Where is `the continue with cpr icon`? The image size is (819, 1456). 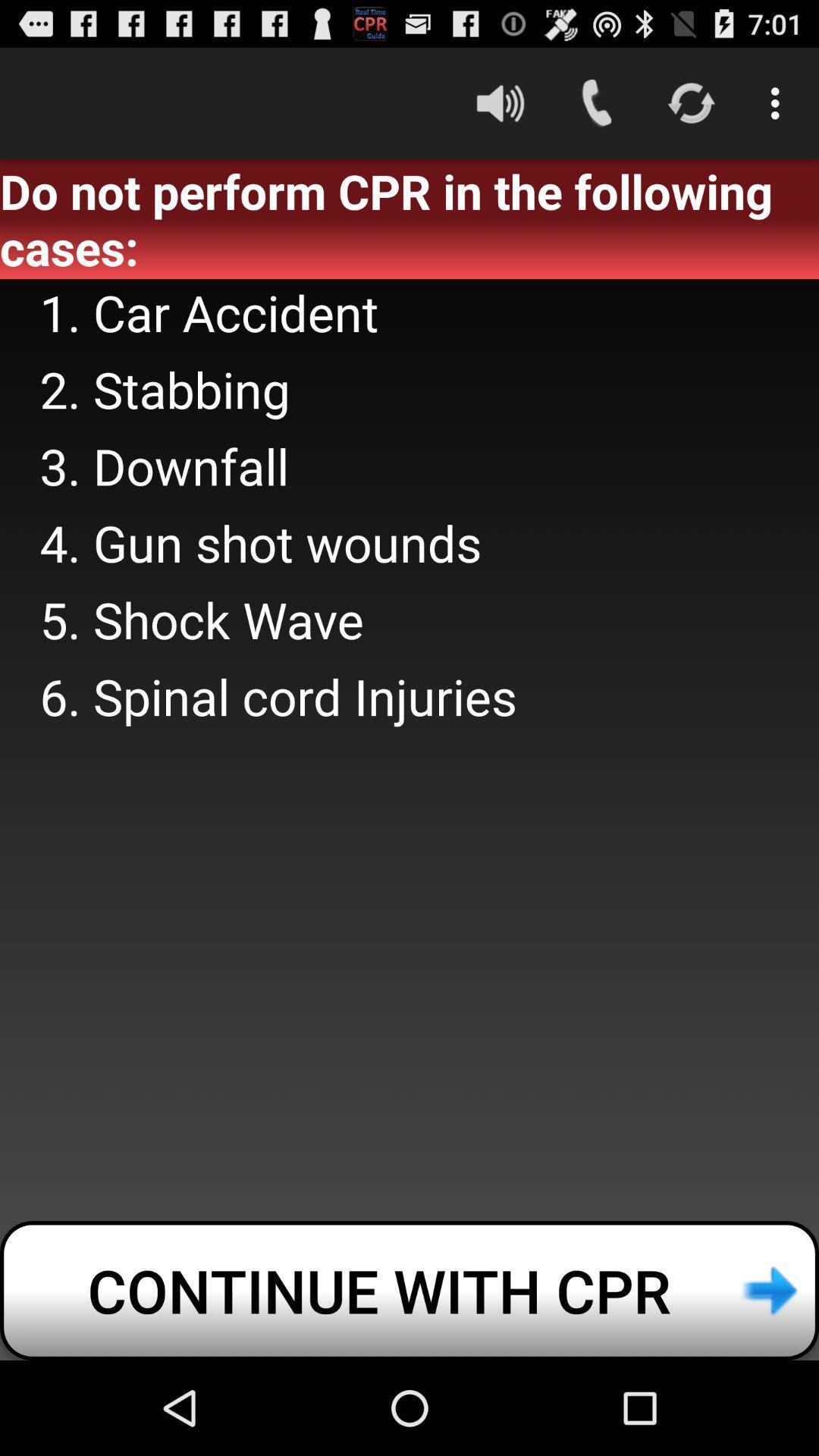 the continue with cpr icon is located at coordinates (409, 1290).